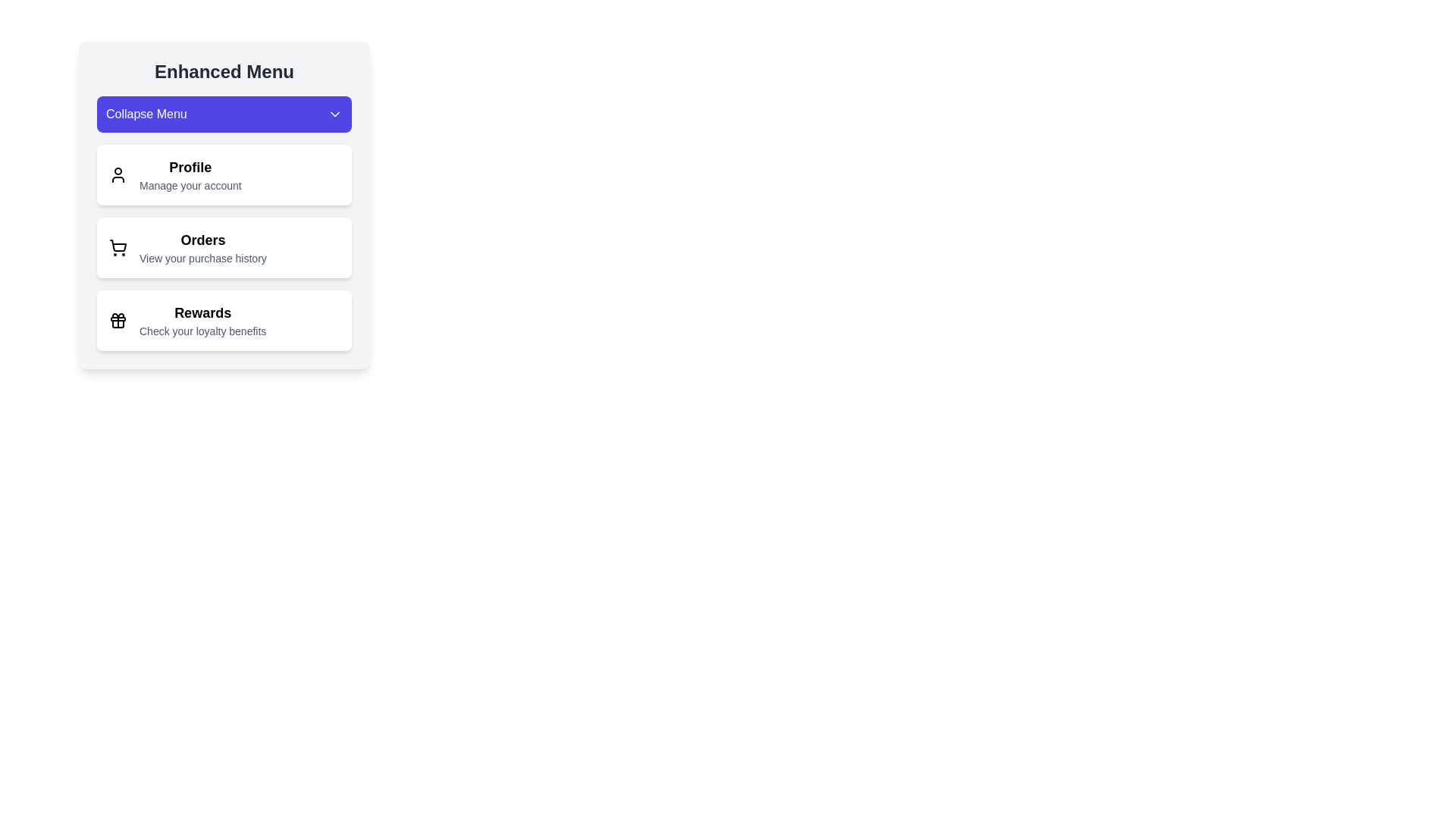  What do you see at coordinates (202, 247) in the screenshot?
I see `the navigation trigger element labeled 'Order History' in the 'Enhanced Menu'` at bounding box center [202, 247].